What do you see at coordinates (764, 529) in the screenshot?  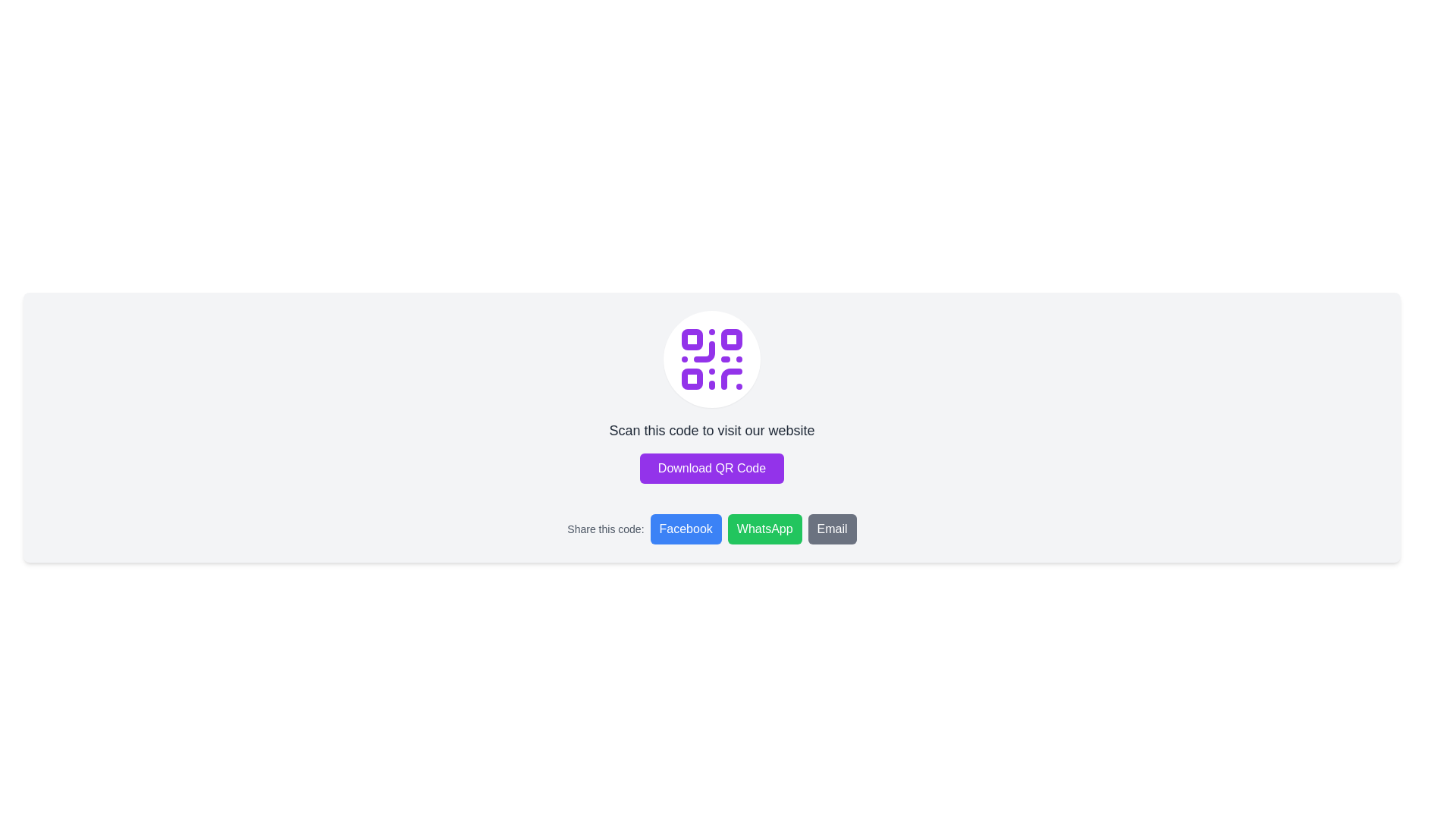 I see `the green 'WhatsApp' button with rounded corners` at bounding box center [764, 529].